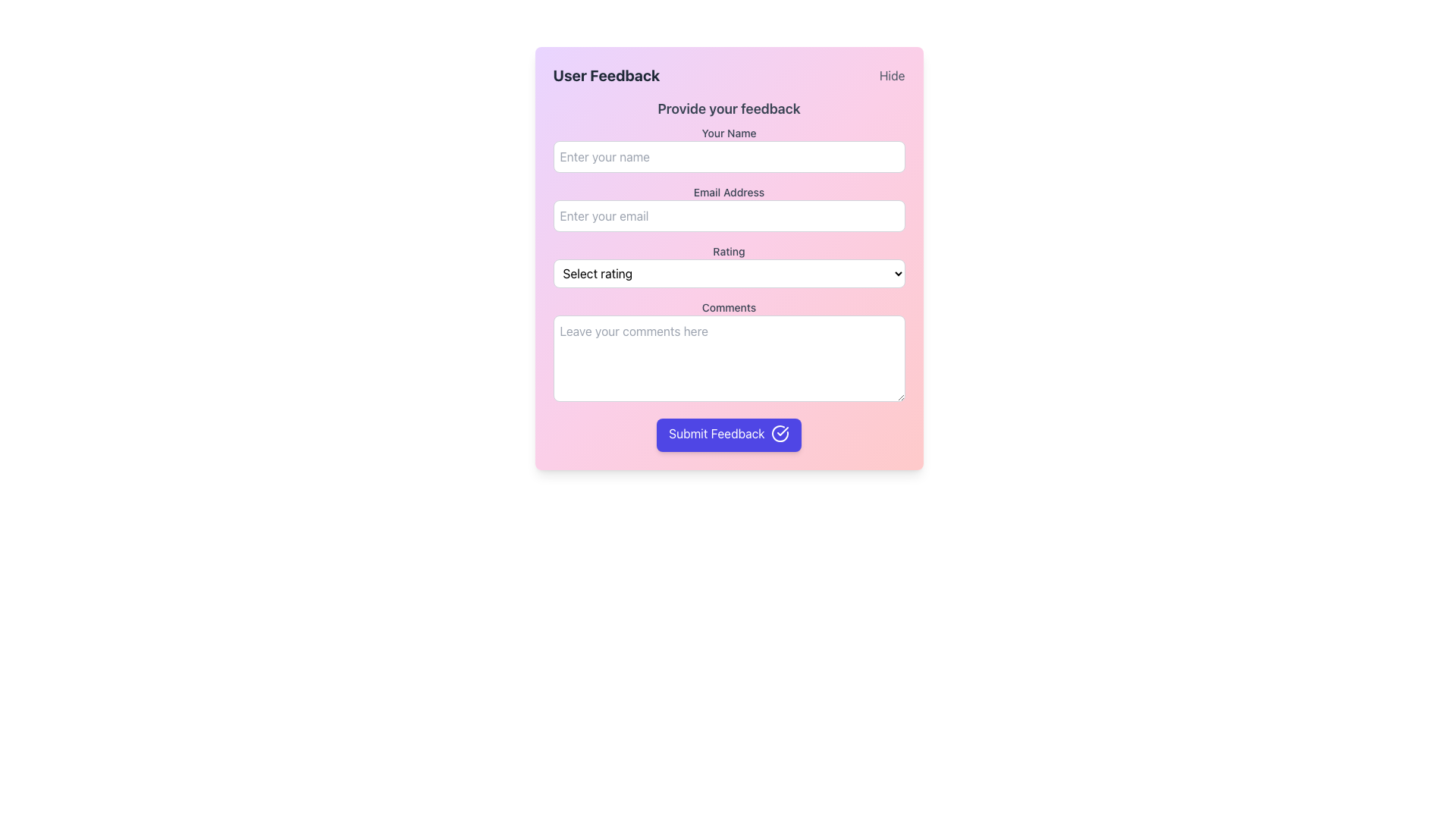  Describe the element at coordinates (729, 435) in the screenshot. I see `the 'Submit Feedback' button with a purple background and white text` at that location.